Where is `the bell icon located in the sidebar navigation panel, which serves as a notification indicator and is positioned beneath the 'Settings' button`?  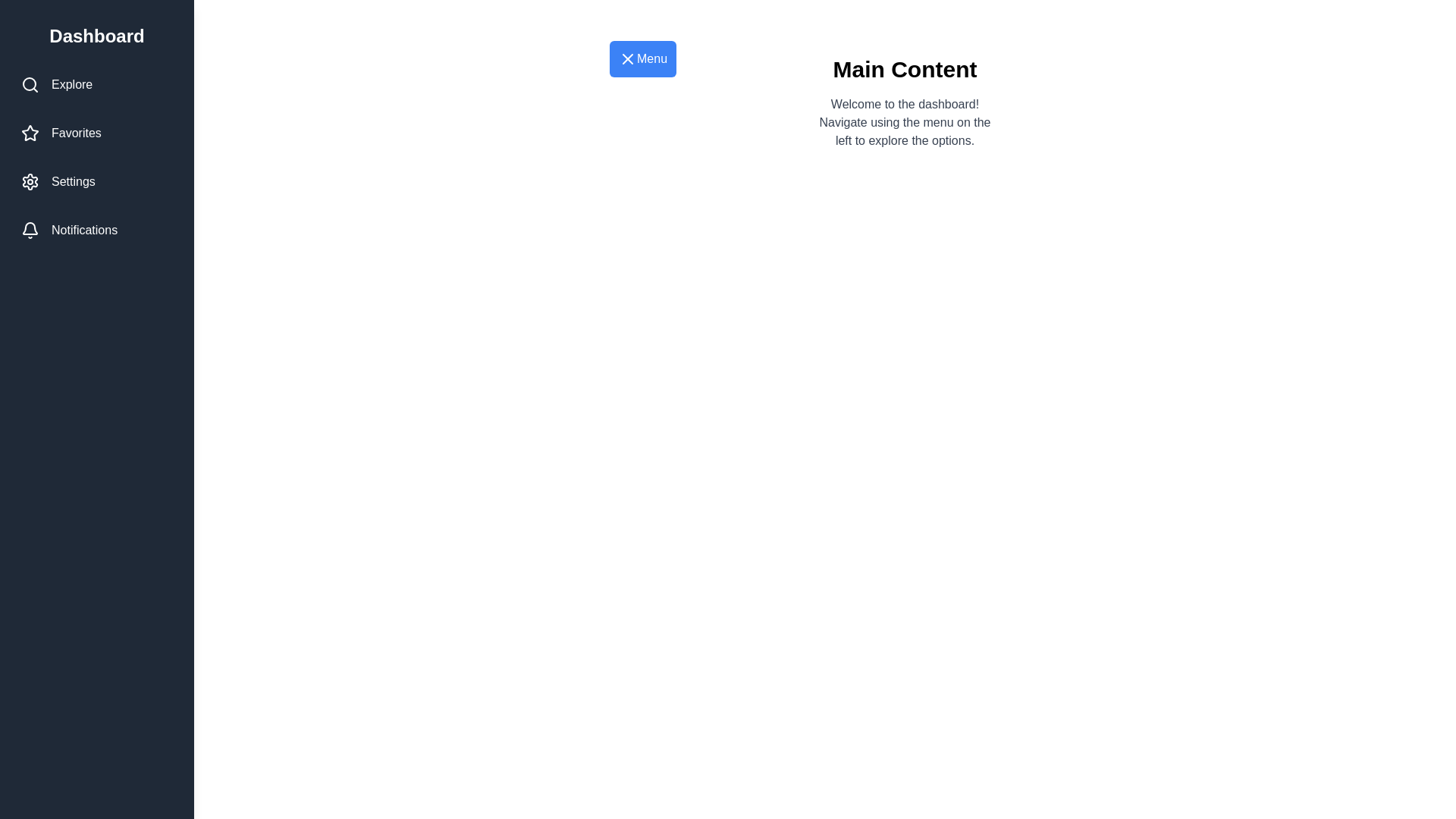
the bell icon located in the sidebar navigation panel, which serves as a notification indicator and is positioned beneath the 'Settings' button is located at coordinates (30, 228).